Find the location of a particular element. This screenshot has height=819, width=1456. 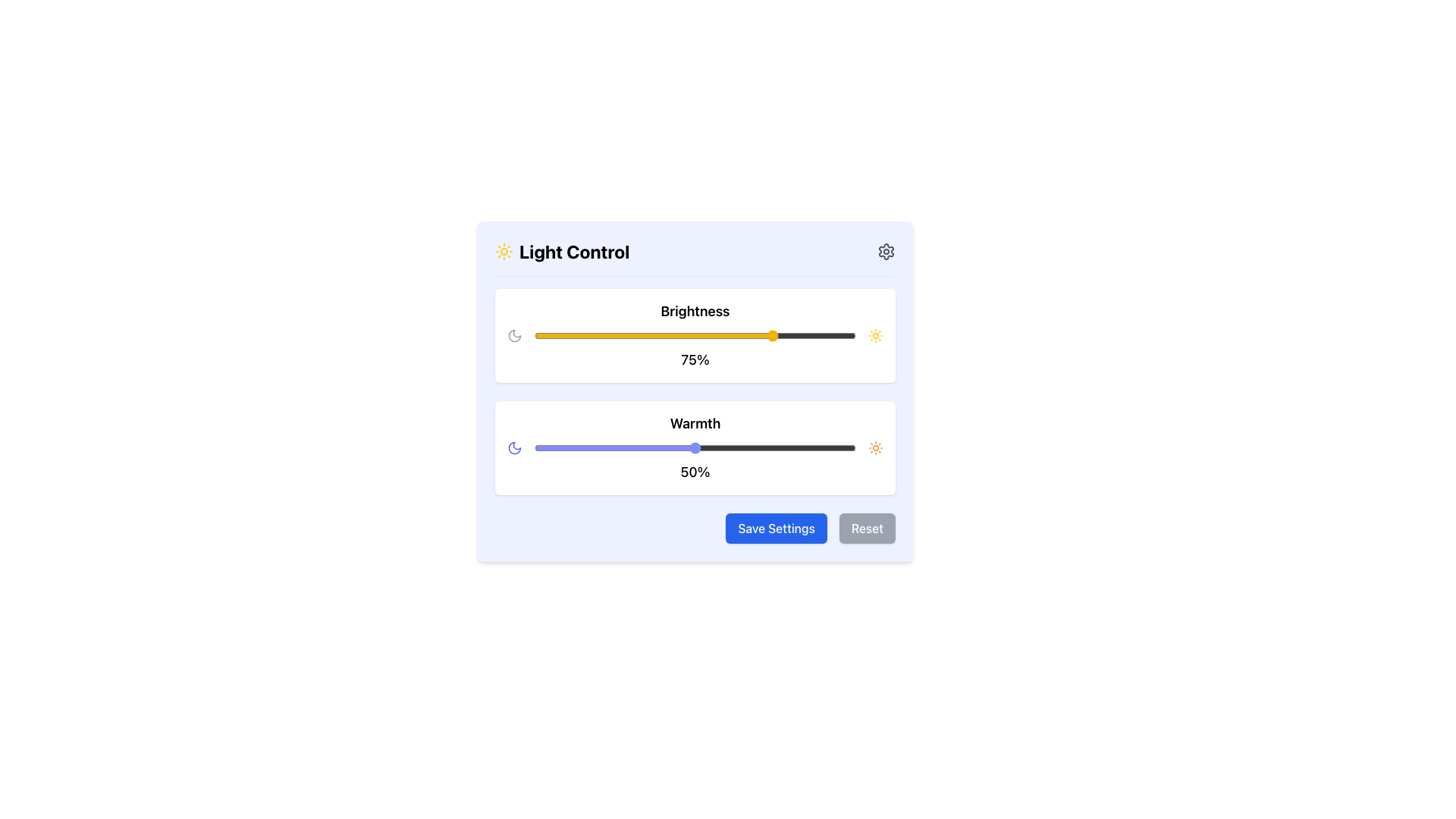

the 'Save Settings' button, which is a rectangular button with rounded corners, bold white font, and a blue background located at the bottom-right section of the UI card is located at coordinates (776, 528).